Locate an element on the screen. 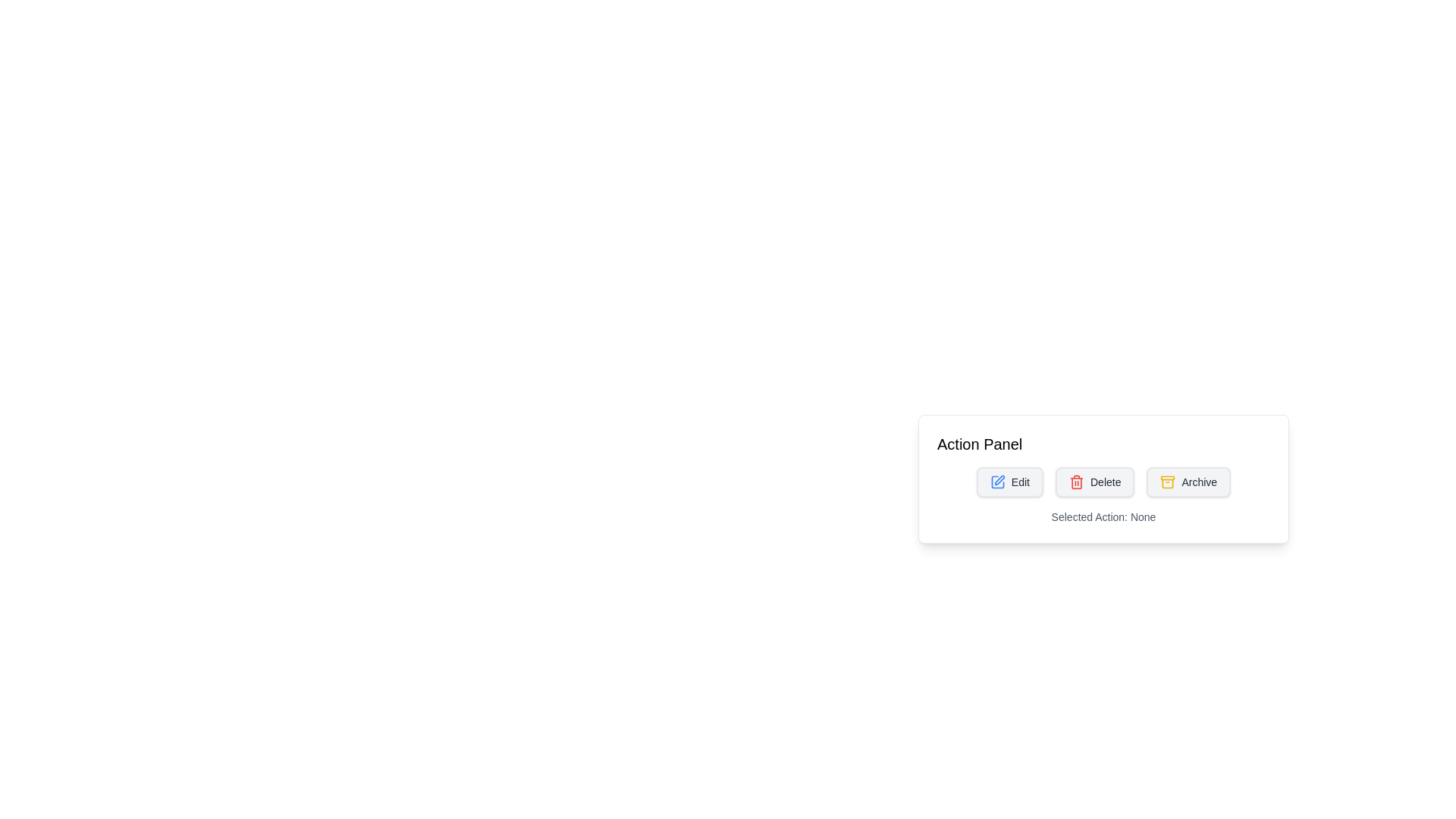  the text label displaying 'Selected Action: None', which is located at the bottom of the 'Action Panel' within the UI is located at coordinates (1103, 516).